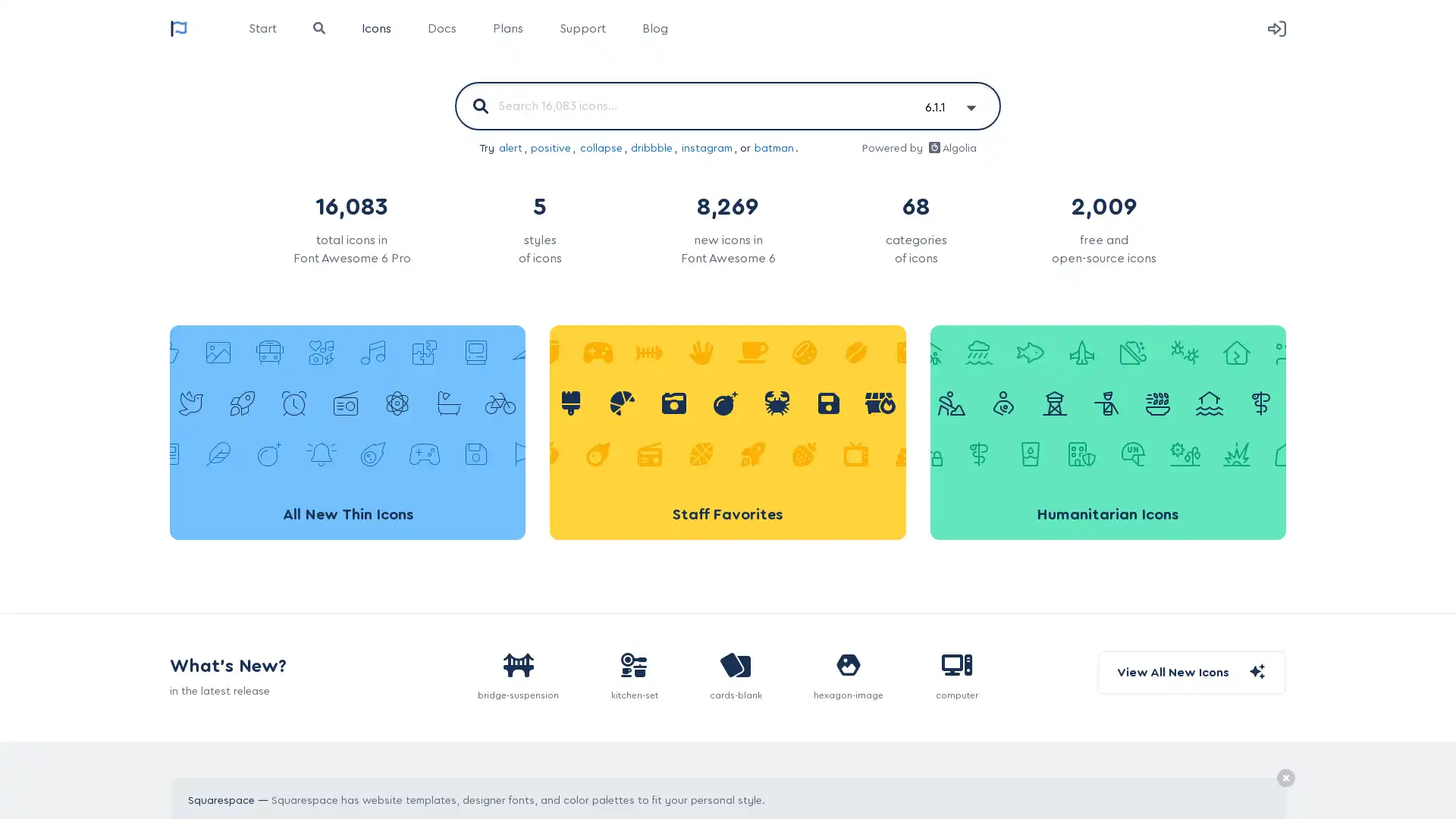  What do you see at coordinates (550, 149) in the screenshot?
I see `positive` at bounding box center [550, 149].